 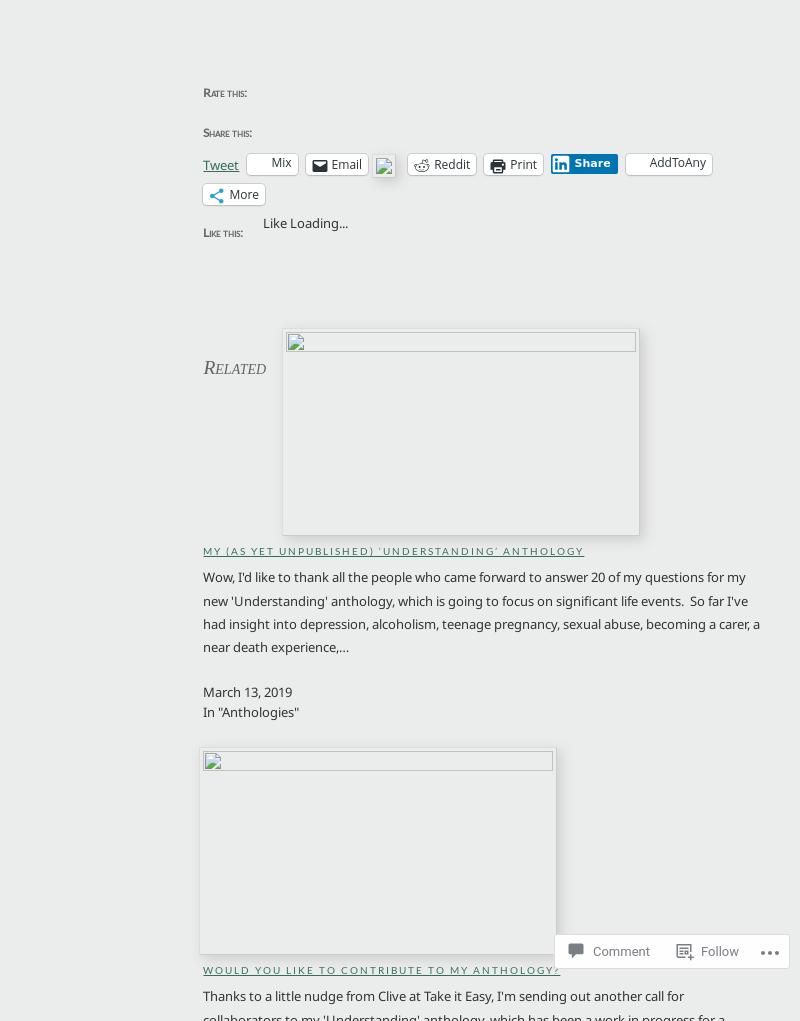 What do you see at coordinates (481, 611) in the screenshot?
I see `'Wow, I'd like to thank all the people who came forward to answer 20 of my questions for my new 'Understanding' anthology, which is going to focus on significant life events.  So far I've had insight into depression, alcoholism, teenage pregnancy, sexual abuse, becoming a carer, a near death experience,…'` at bounding box center [481, 611].